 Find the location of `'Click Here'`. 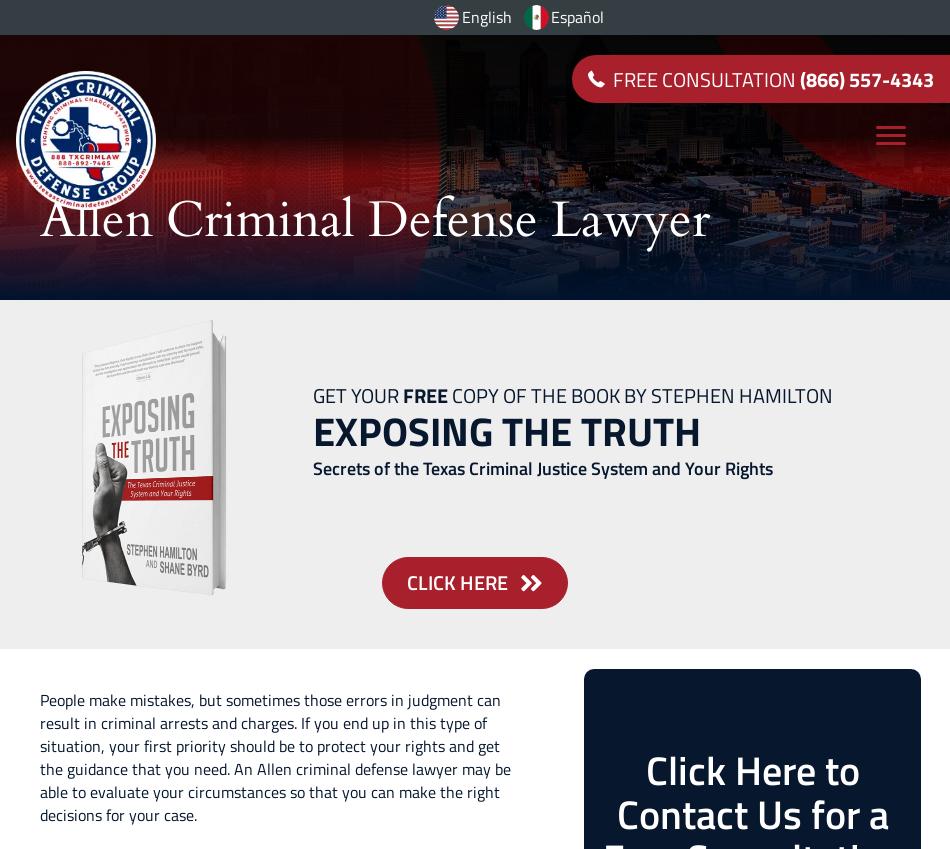

'Click Here' is located at coordinates (456, 580).